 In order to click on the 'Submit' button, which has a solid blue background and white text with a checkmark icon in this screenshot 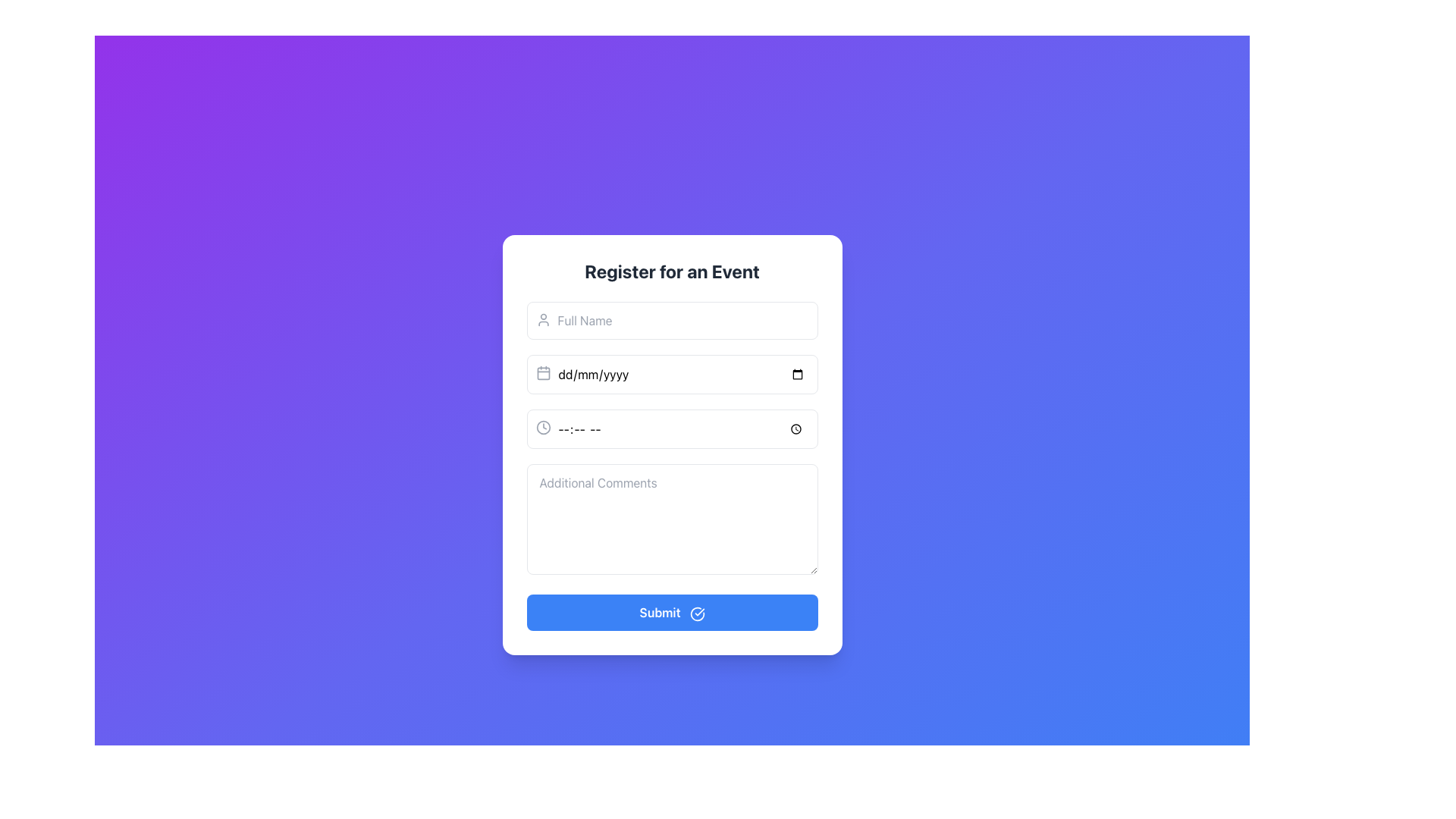, I will do `click(671, 611)`.